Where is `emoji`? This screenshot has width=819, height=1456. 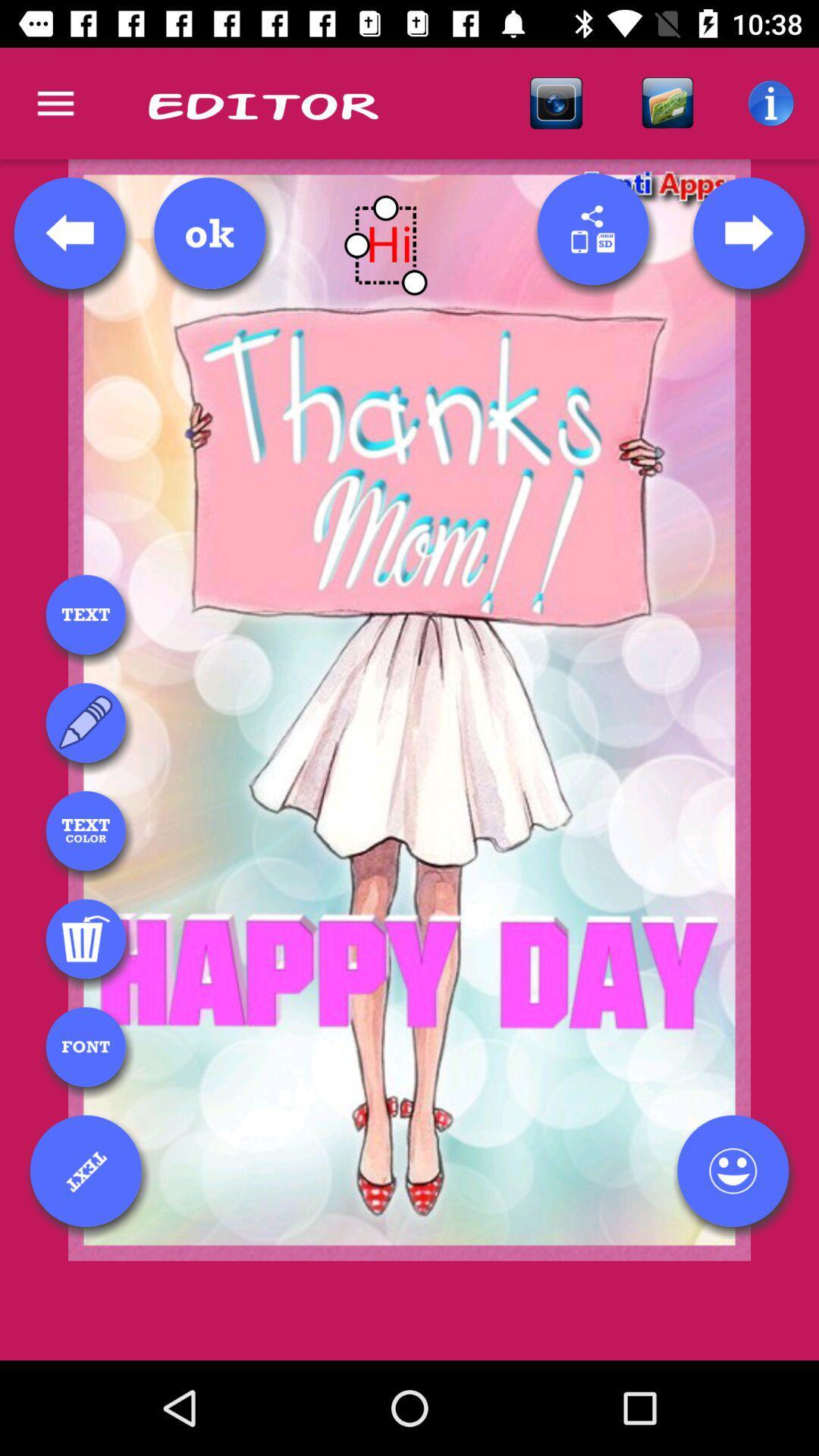 emoji is located at coordinates (732, 1170).